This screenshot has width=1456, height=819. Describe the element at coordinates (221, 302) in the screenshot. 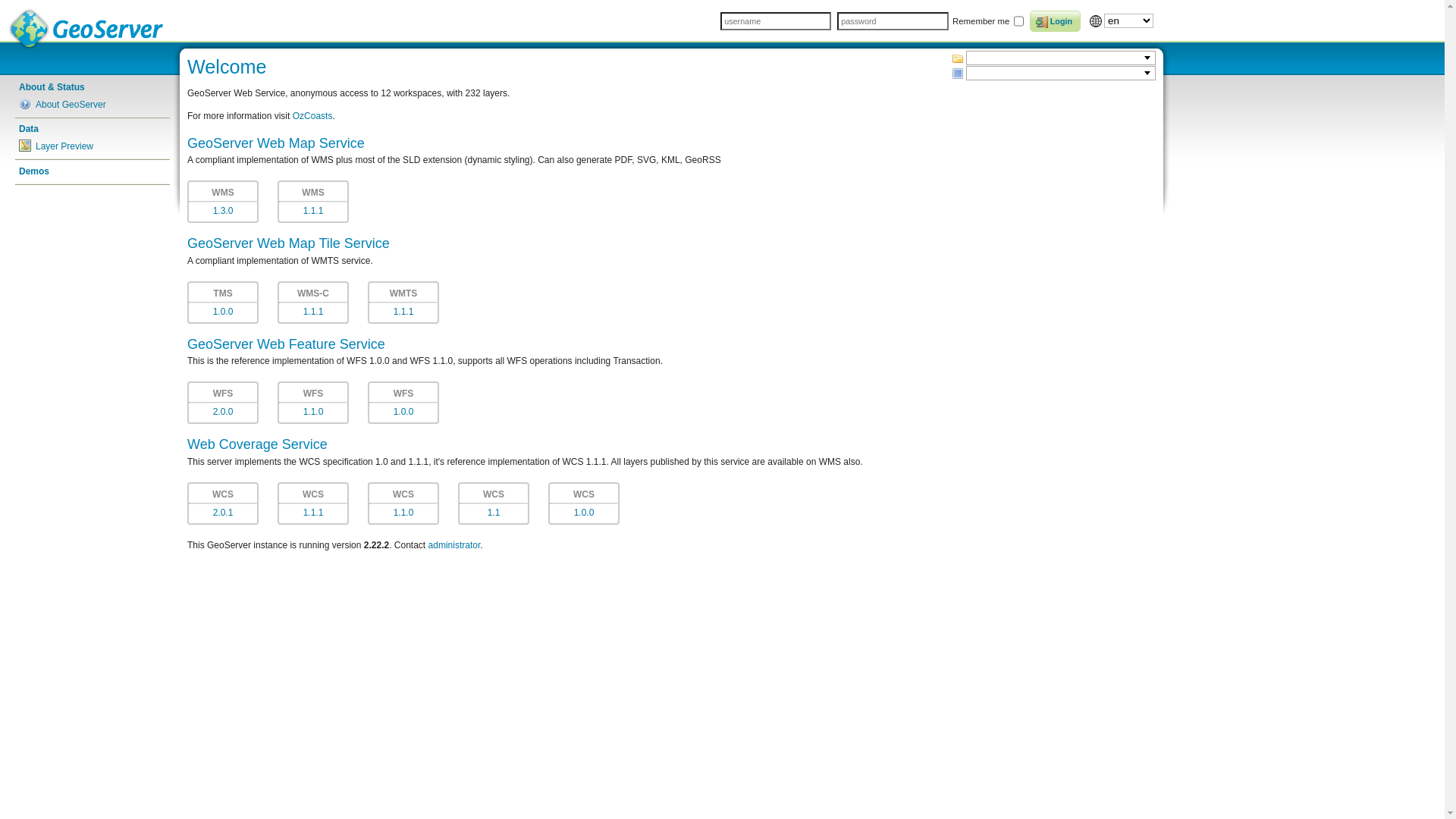

I see `'TMS` at that location.